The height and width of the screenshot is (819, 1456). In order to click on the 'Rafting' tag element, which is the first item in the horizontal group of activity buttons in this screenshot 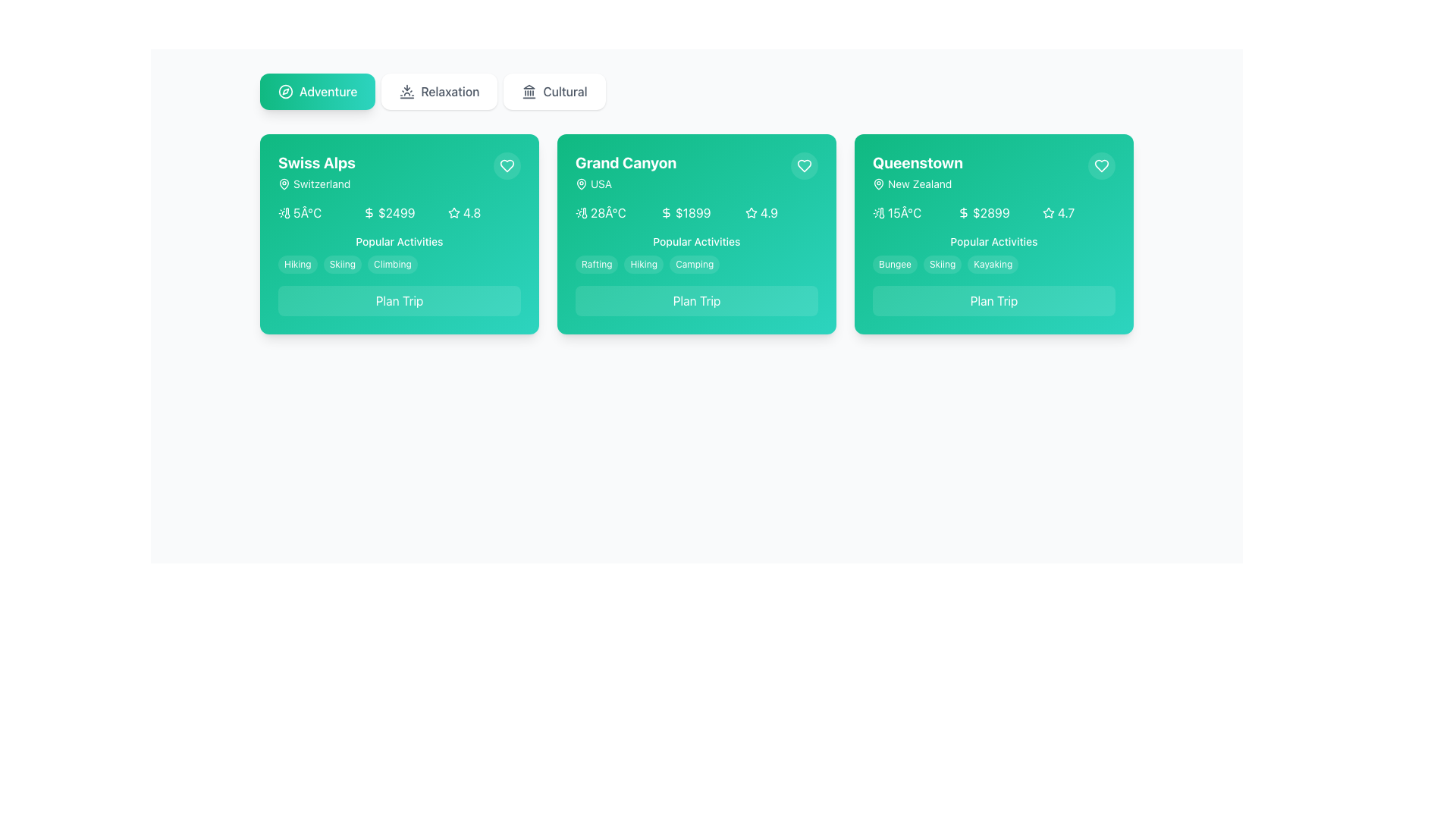, I will do `click(596, 263)`.